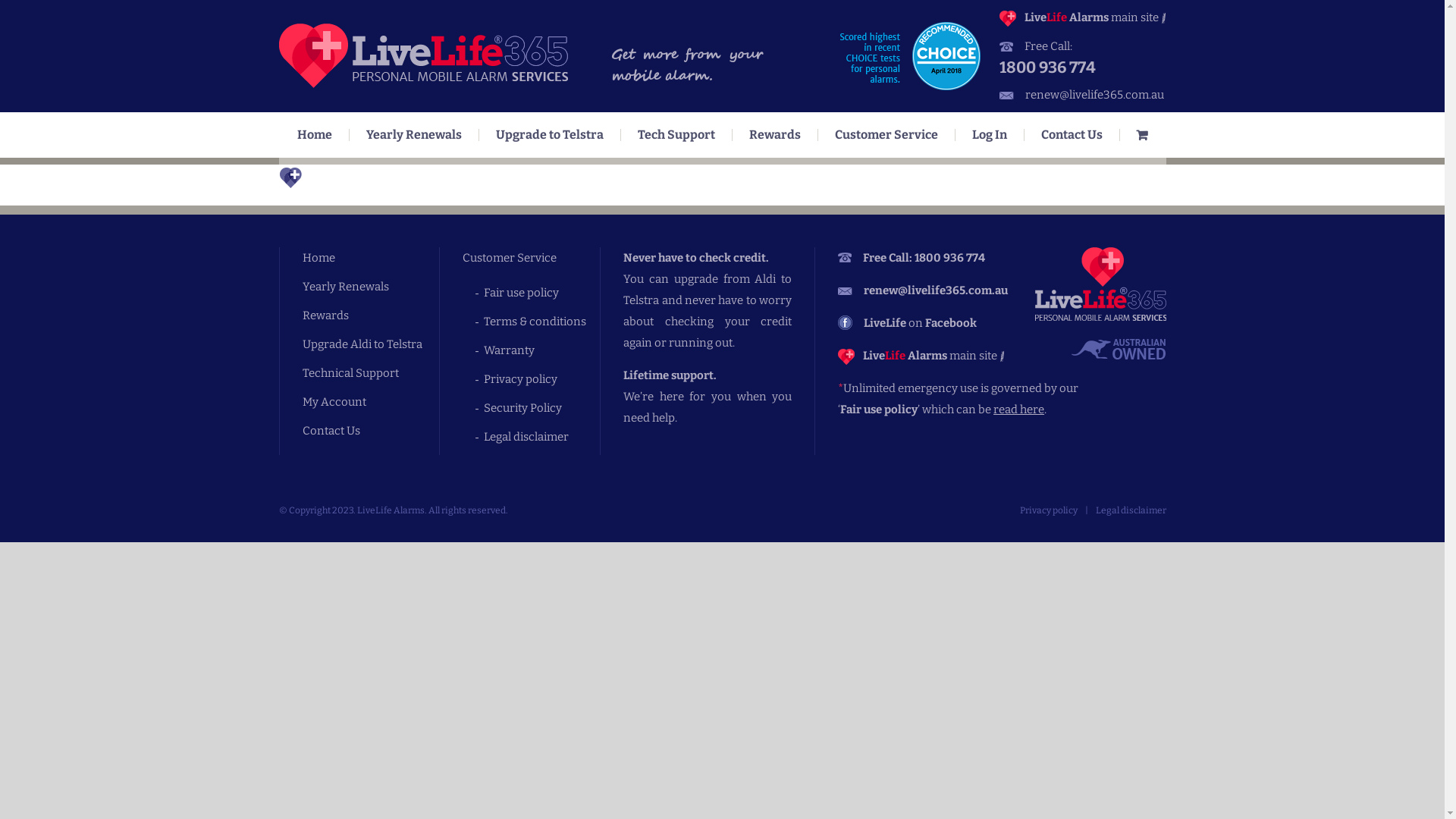 The image size is (1456, 819). I want to click on 'read here', so click(993, 409).